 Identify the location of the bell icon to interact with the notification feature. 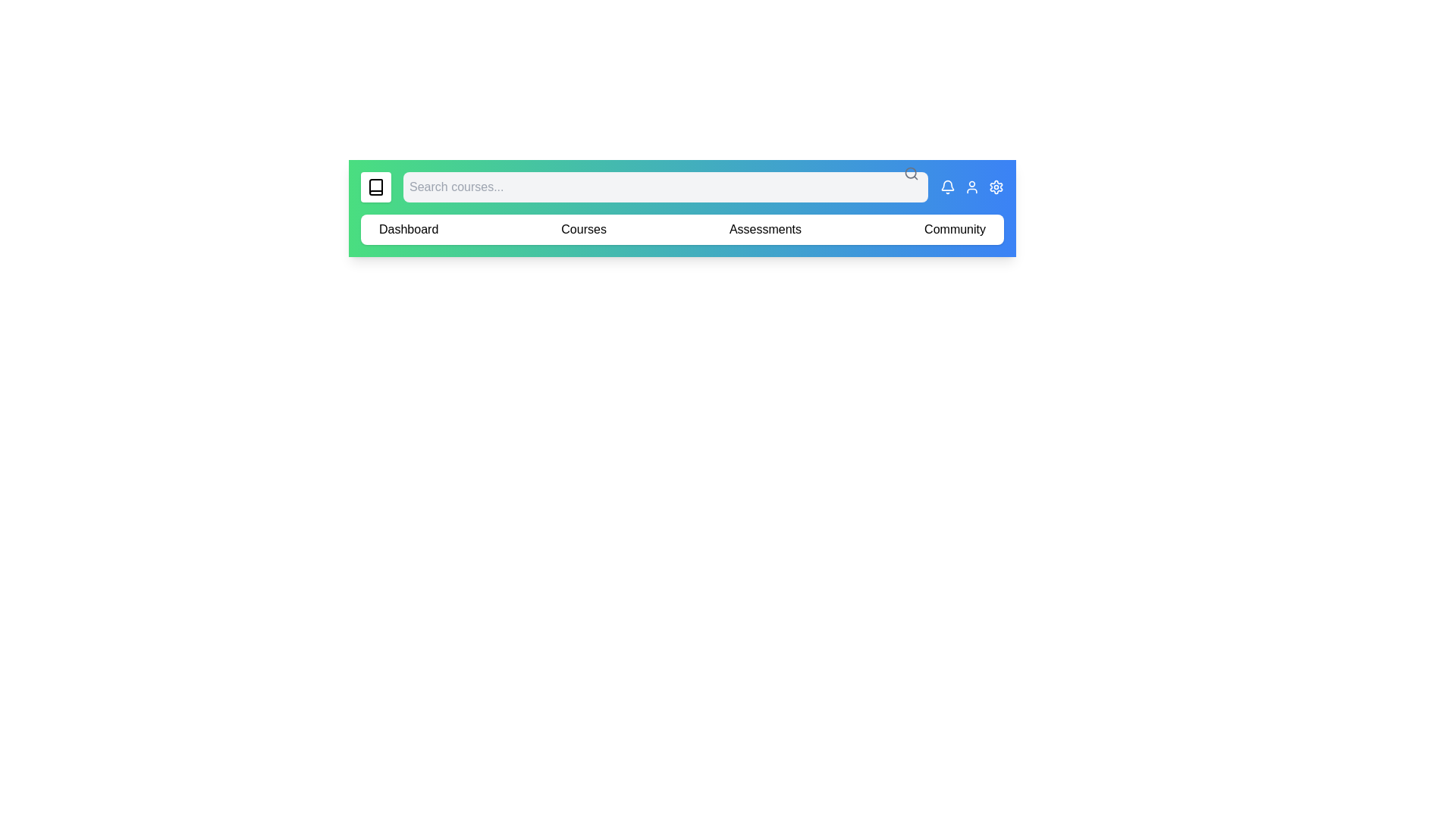
(946, 186).